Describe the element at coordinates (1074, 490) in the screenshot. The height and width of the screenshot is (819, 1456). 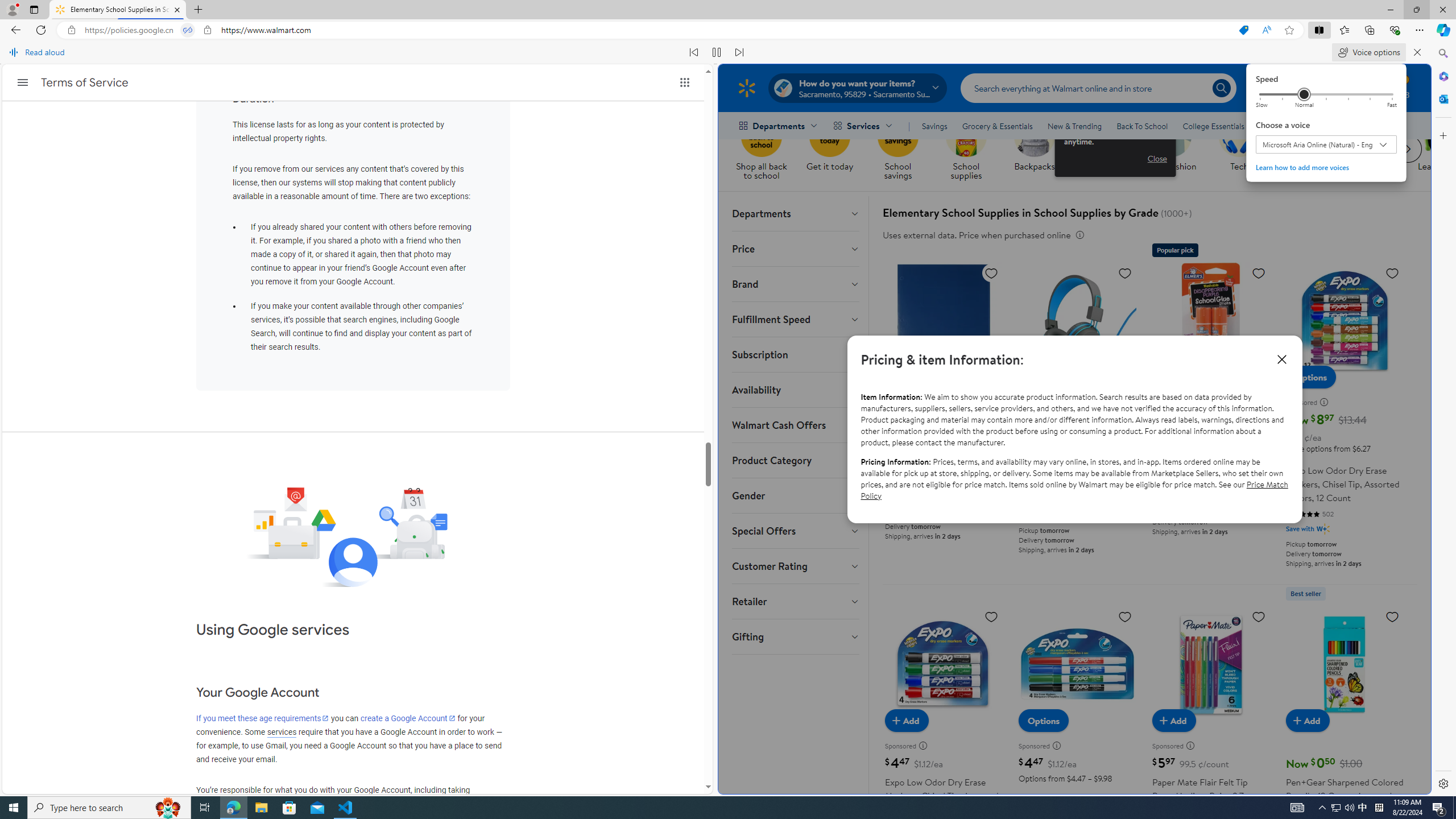
I see `'Price Match Policy'` at that location.